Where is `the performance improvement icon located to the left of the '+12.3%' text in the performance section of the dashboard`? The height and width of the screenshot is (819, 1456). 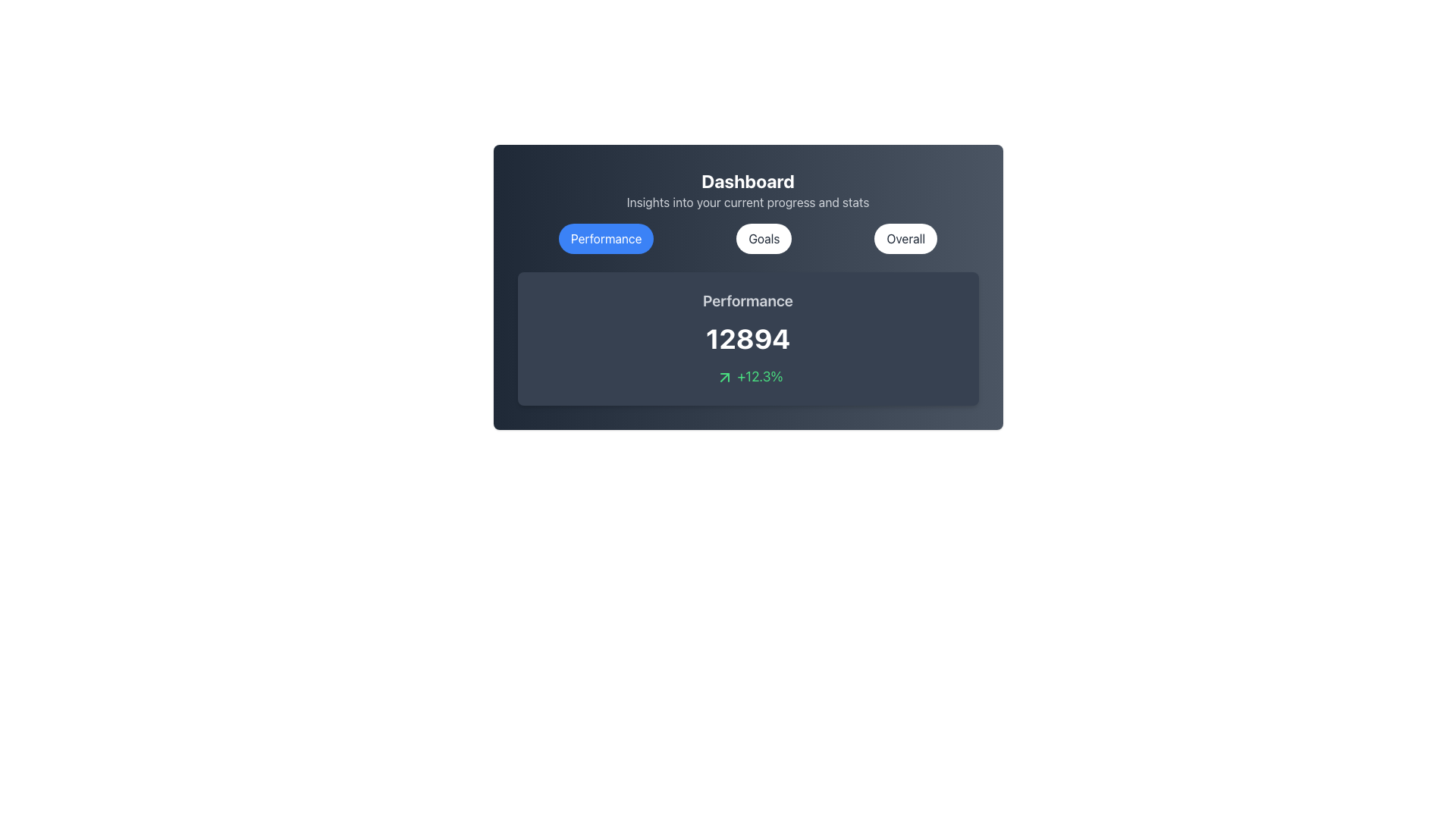 the performance improvement icon located to the left of the '+12.3%' text in the performance section of the dashboard is located at coordinates (724, 377).